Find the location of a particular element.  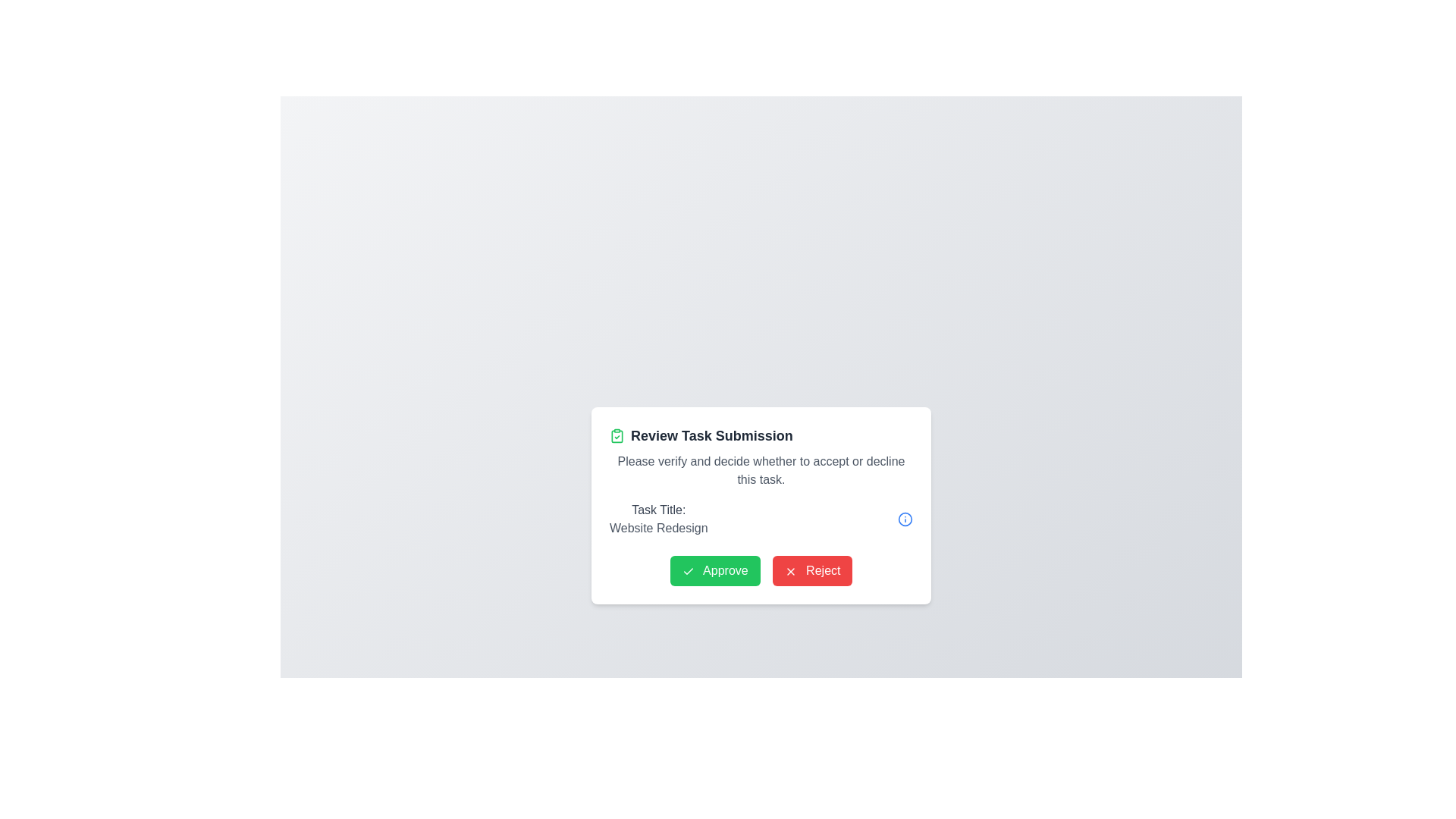

the icon representing task submission or review action is located at coordinates (617, 435).